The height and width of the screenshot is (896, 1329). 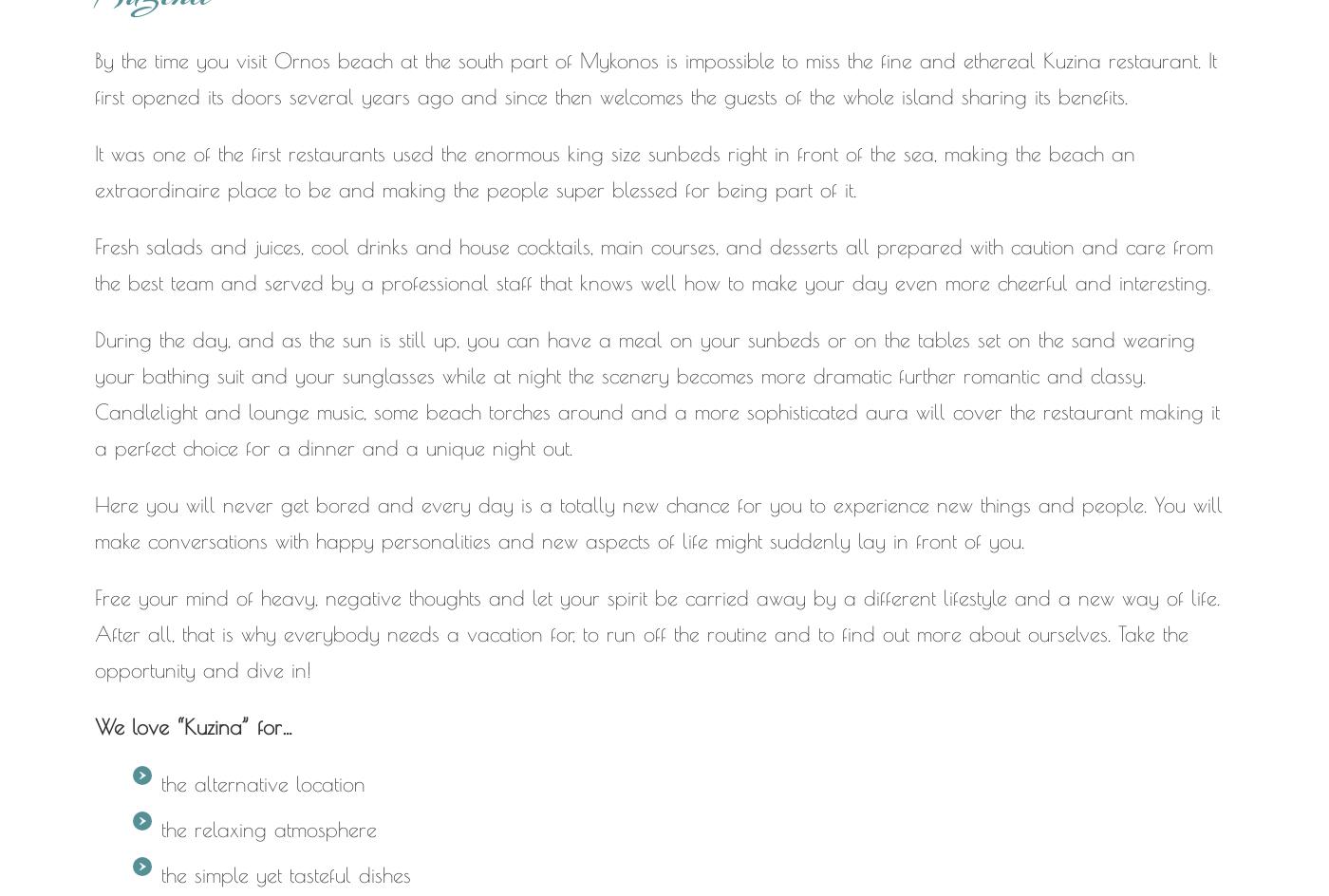 I want to click on 'the relaxing atmosphere', so click(x=269, y=829).